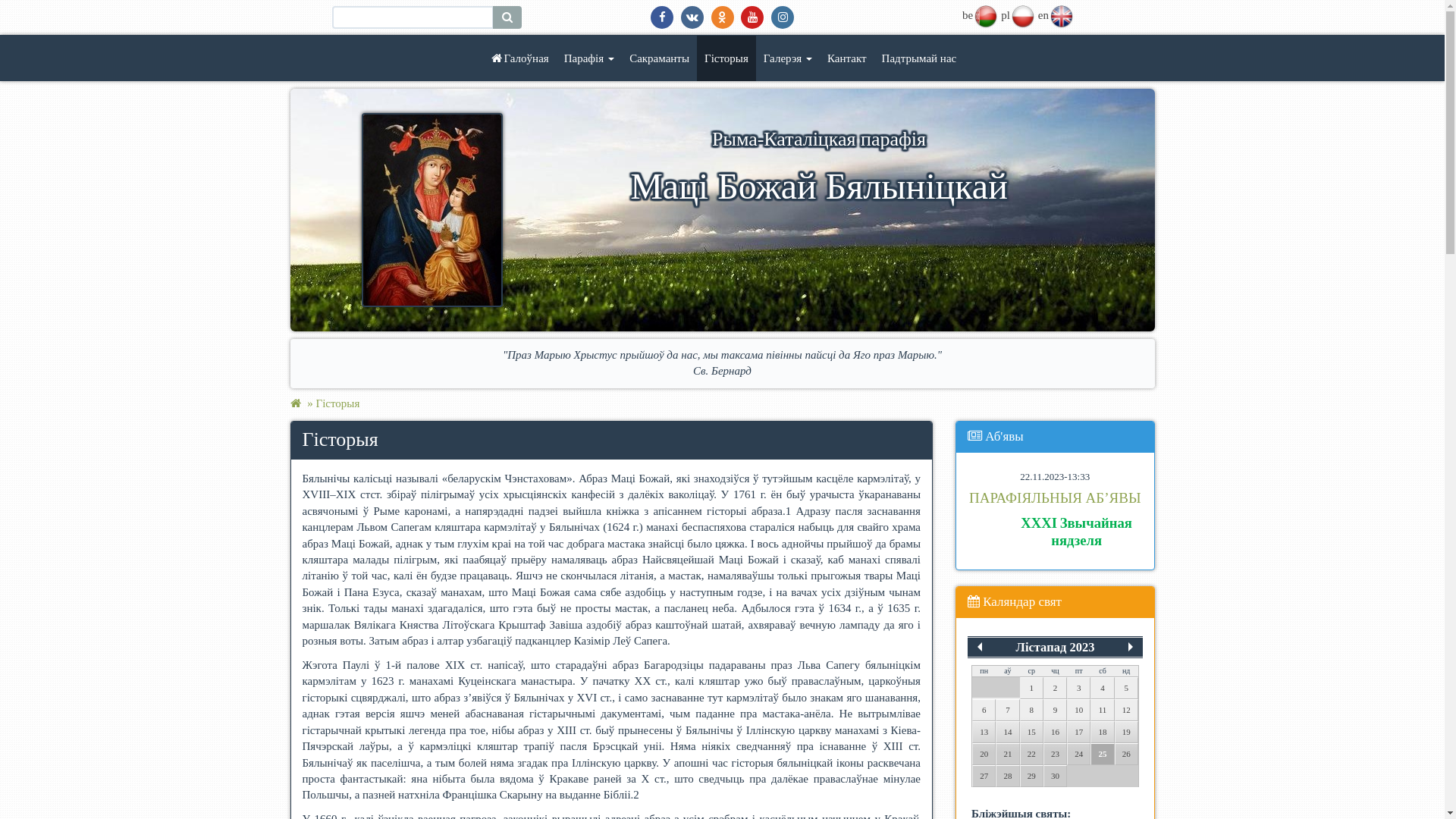 The height and width of the screenshot is (819, 1456). Describe the element at coordinates (1007, 731) in the screenshot. I see `'14'` at that location.